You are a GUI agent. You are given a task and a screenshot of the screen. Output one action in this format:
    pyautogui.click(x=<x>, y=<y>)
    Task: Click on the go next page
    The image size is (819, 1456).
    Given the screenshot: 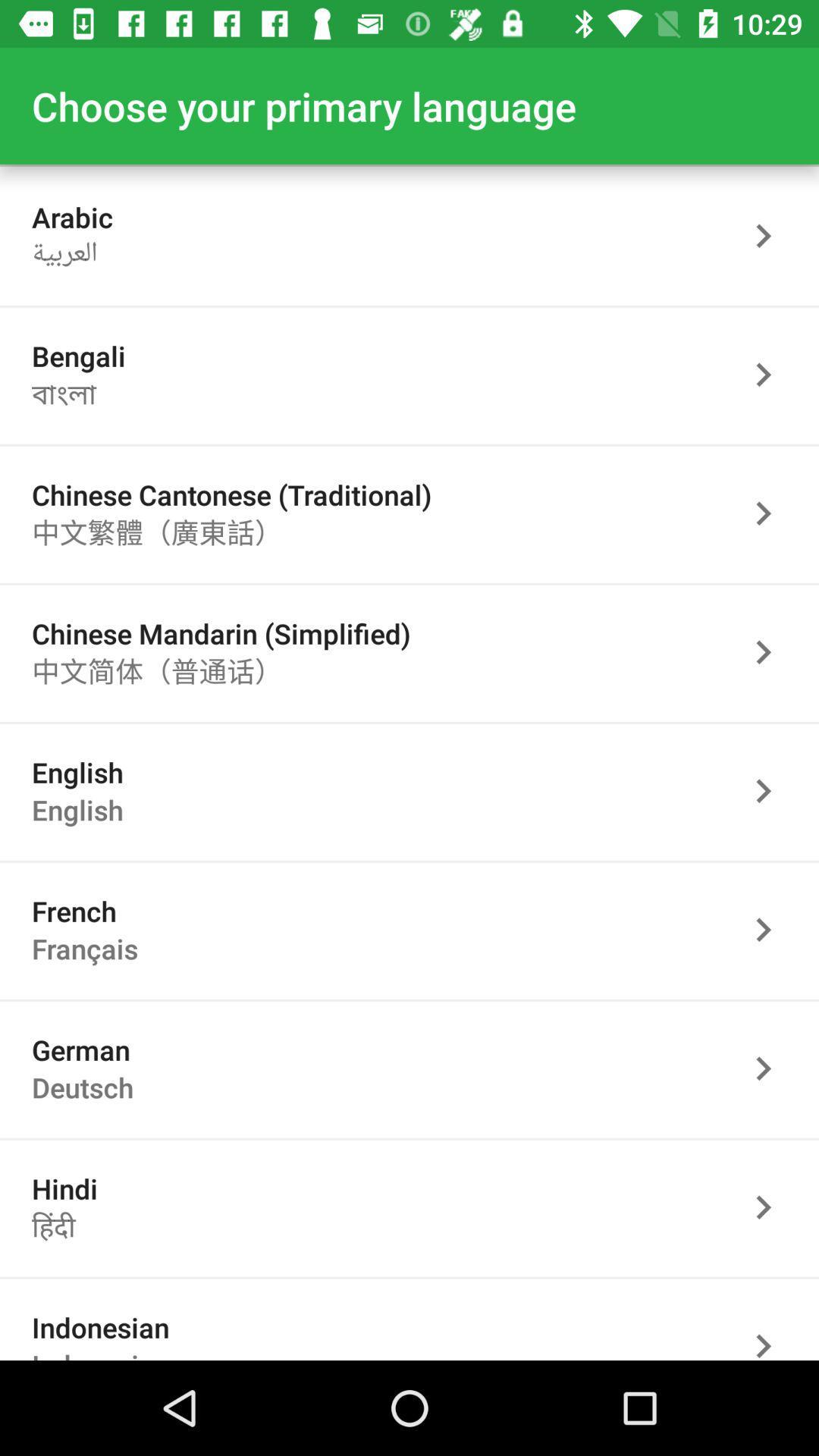 What is the action you would take?
    pyautogui.click(x=771, y=375)
    